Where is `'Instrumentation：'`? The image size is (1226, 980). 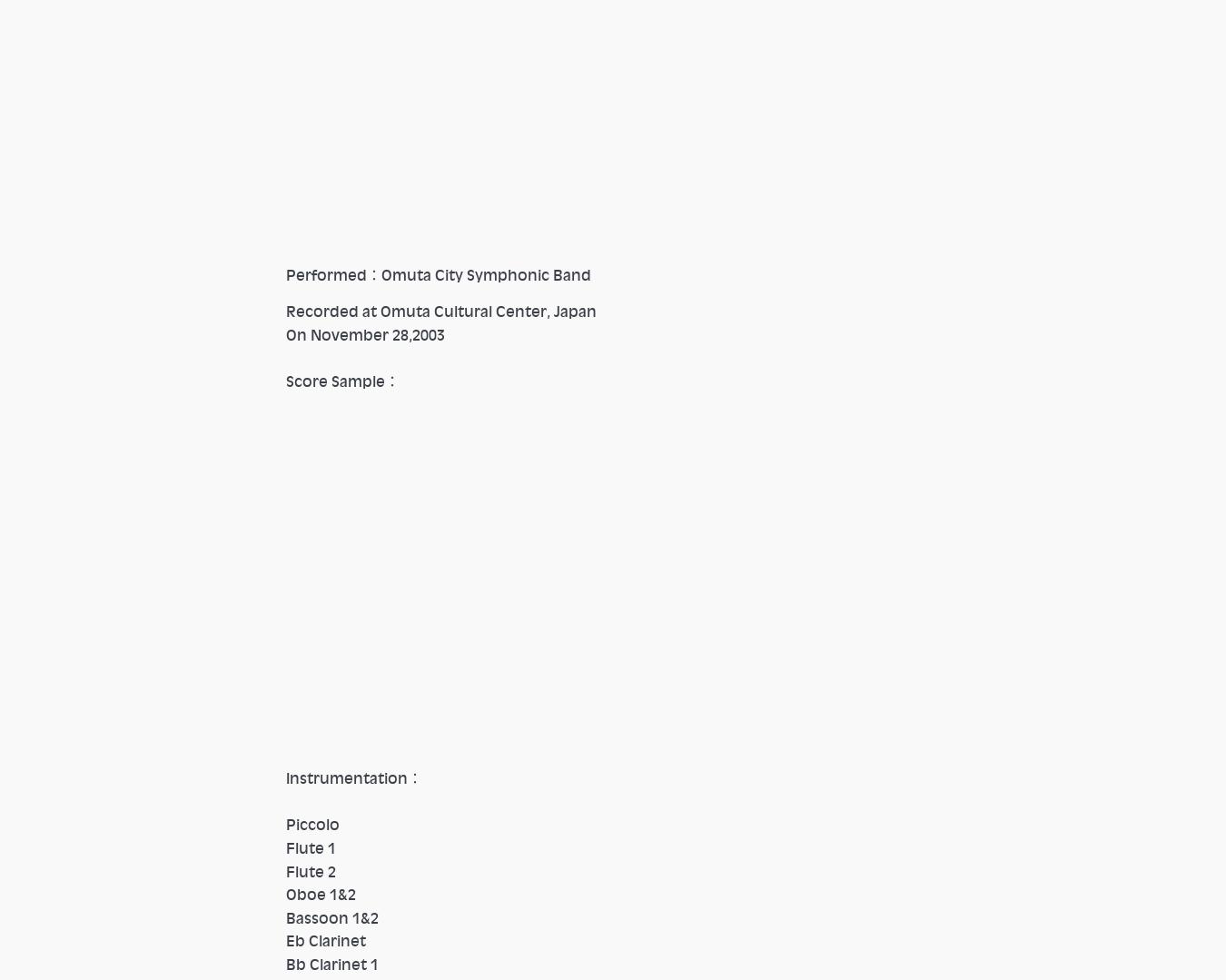 'Instrumentation：' is located at coordinates (284, 778).